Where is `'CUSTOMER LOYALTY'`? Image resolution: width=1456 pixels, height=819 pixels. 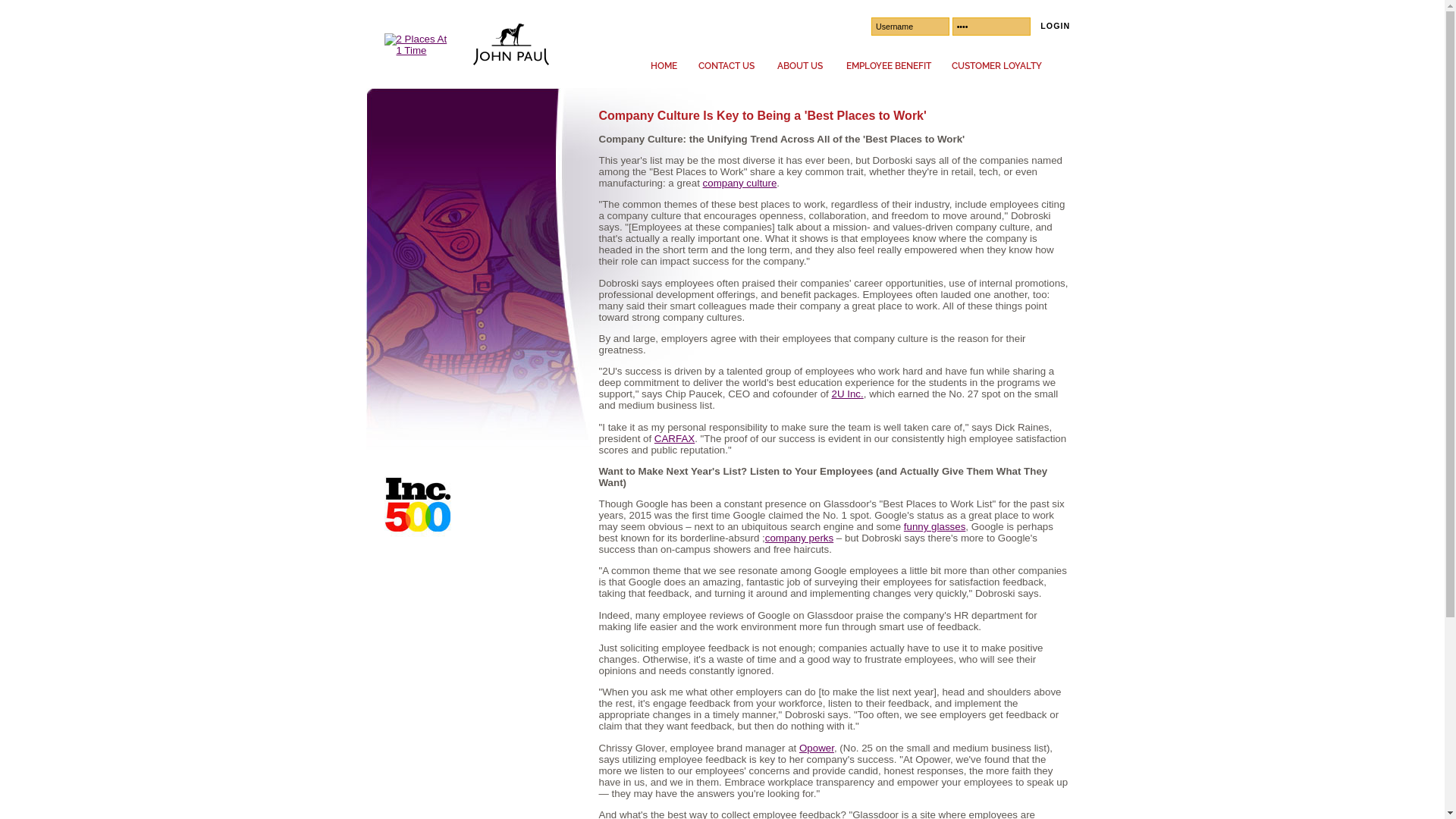 'CUSTOMER LOYALTY' is located at coordinates (996, 65).